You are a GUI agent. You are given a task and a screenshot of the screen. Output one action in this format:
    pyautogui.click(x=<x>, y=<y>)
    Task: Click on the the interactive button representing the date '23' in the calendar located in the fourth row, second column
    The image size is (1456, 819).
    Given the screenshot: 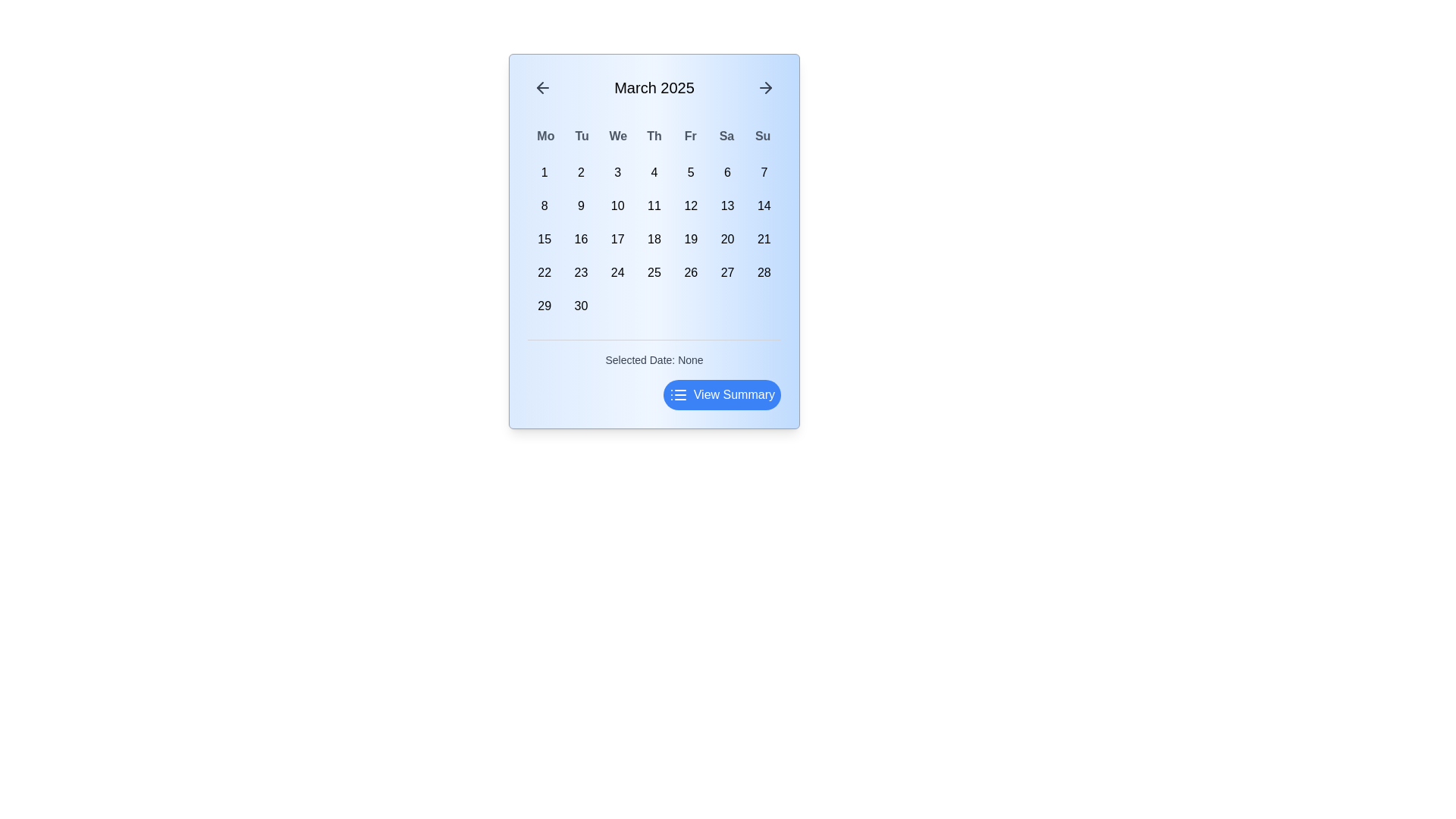 What is the action you would take?
    pyautogui.click(x=580, y=271)
    